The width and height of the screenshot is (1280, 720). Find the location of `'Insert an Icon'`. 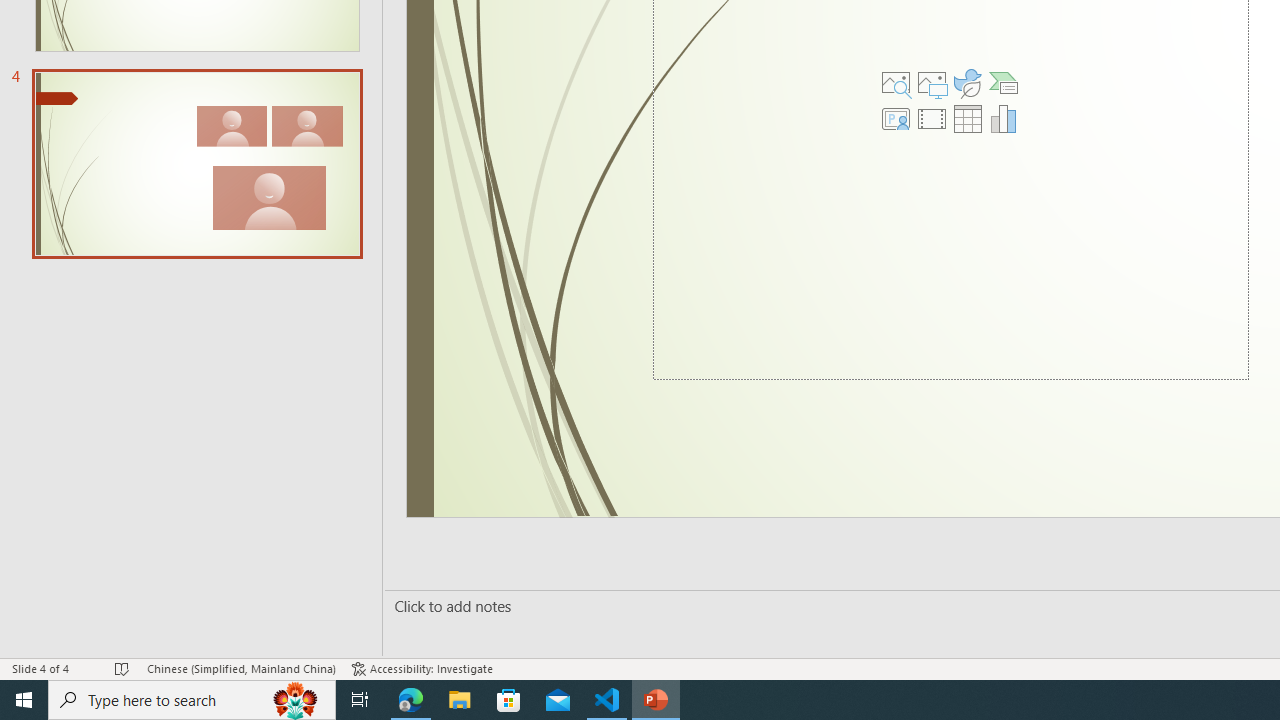

'Insert an Icon' is located at coordinates (968, 82).